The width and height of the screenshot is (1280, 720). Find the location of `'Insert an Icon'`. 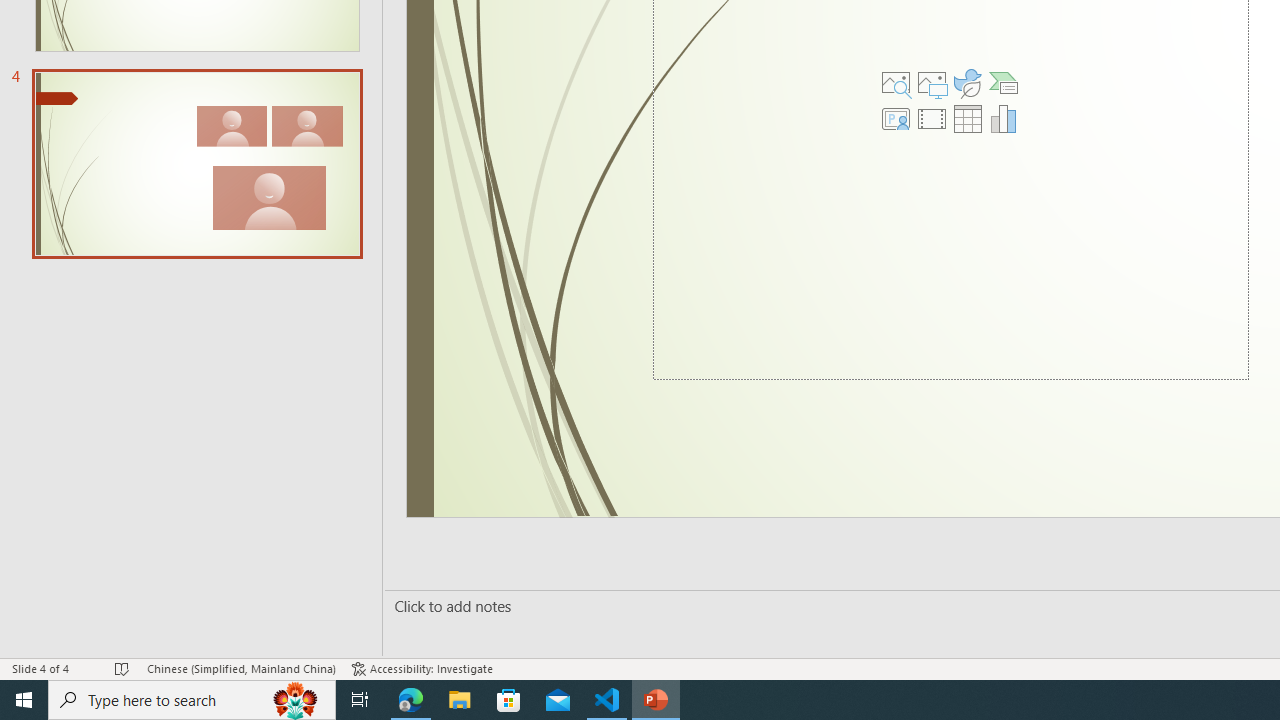

'Insert an Icon' is located at coordinates (968, 82).